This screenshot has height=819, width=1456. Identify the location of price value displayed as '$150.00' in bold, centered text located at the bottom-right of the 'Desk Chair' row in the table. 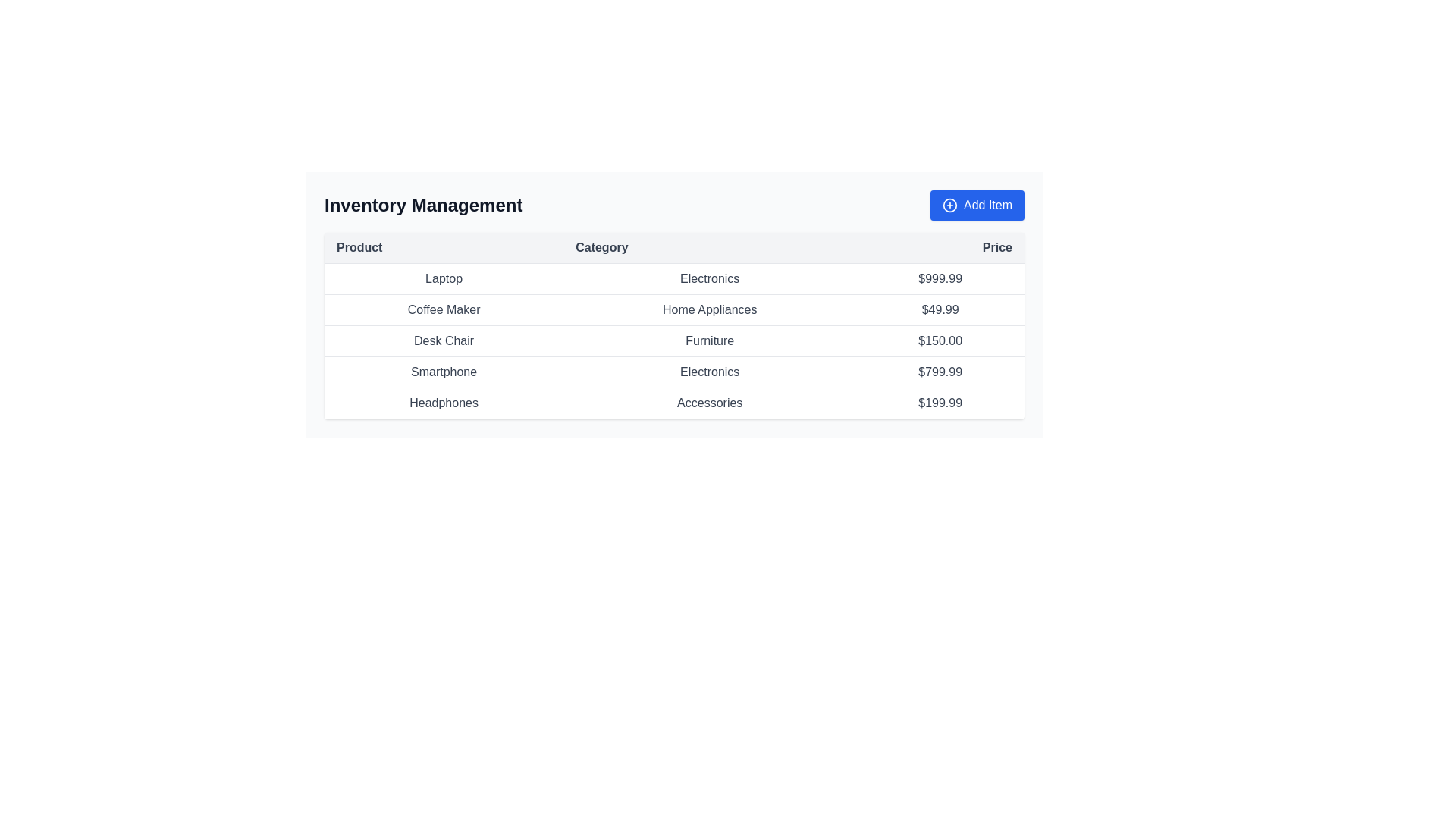
(940, 341).